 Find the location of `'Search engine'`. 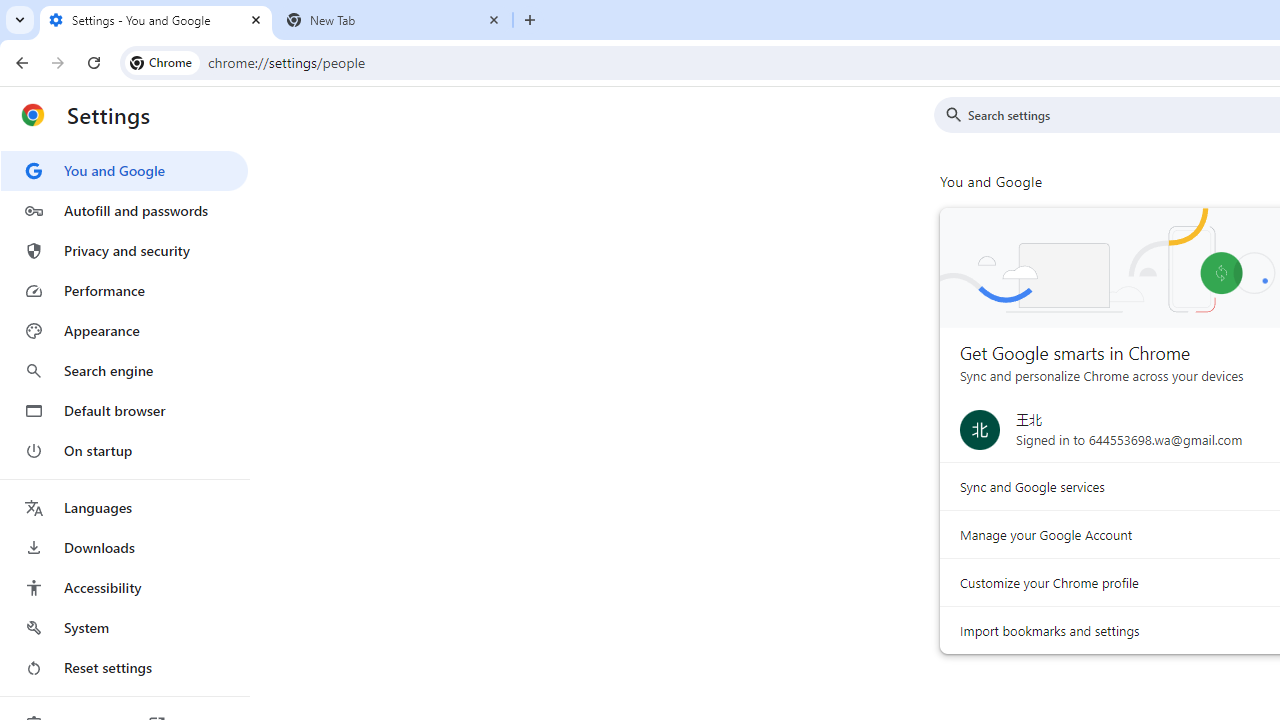

'Search engine' is located at coordinates (123, 371).